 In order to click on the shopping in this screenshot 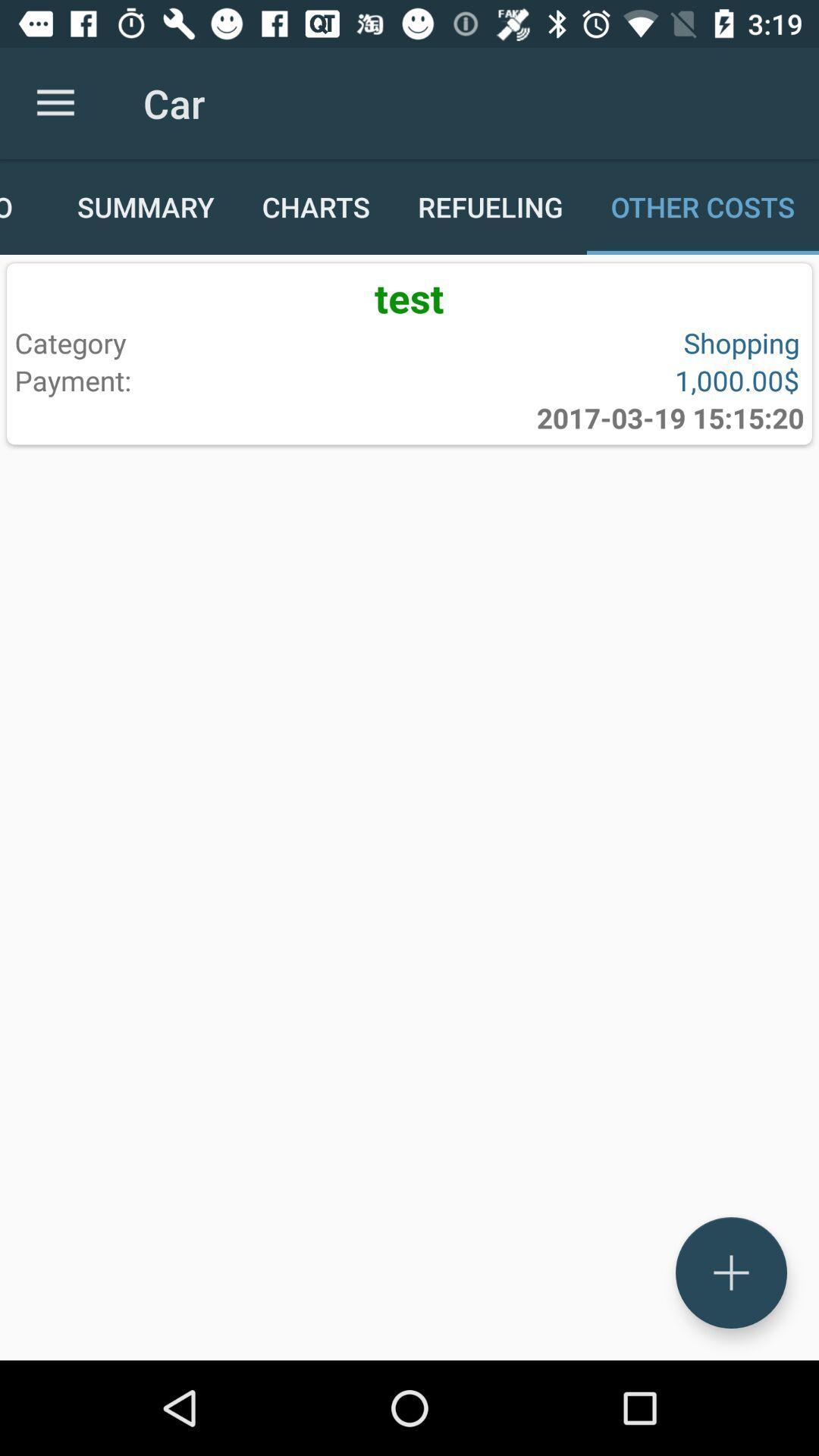, I will do `click(601, 342)`.